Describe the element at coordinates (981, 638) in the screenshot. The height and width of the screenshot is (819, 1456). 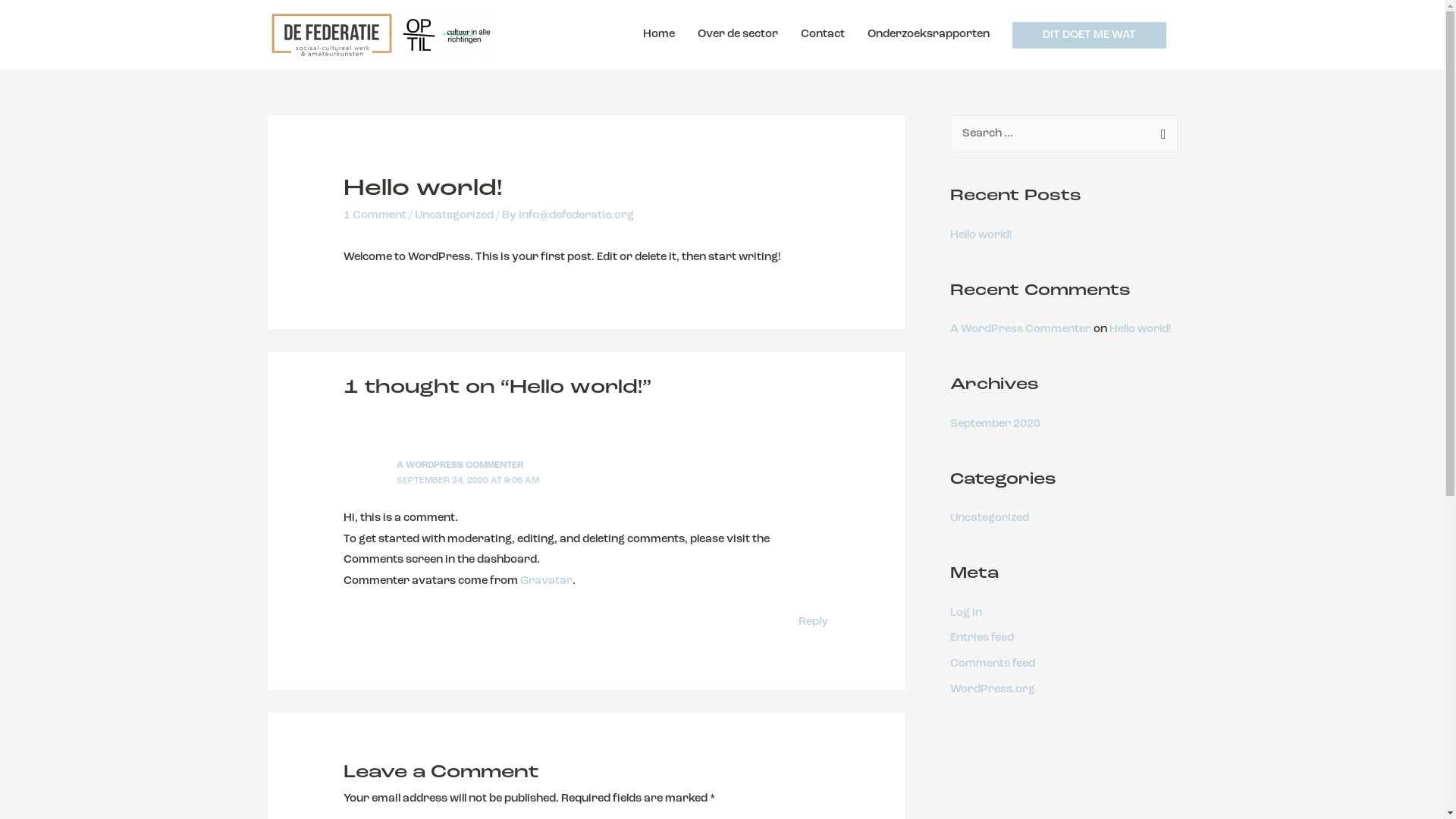
I see `'Entries feed'` at that location.